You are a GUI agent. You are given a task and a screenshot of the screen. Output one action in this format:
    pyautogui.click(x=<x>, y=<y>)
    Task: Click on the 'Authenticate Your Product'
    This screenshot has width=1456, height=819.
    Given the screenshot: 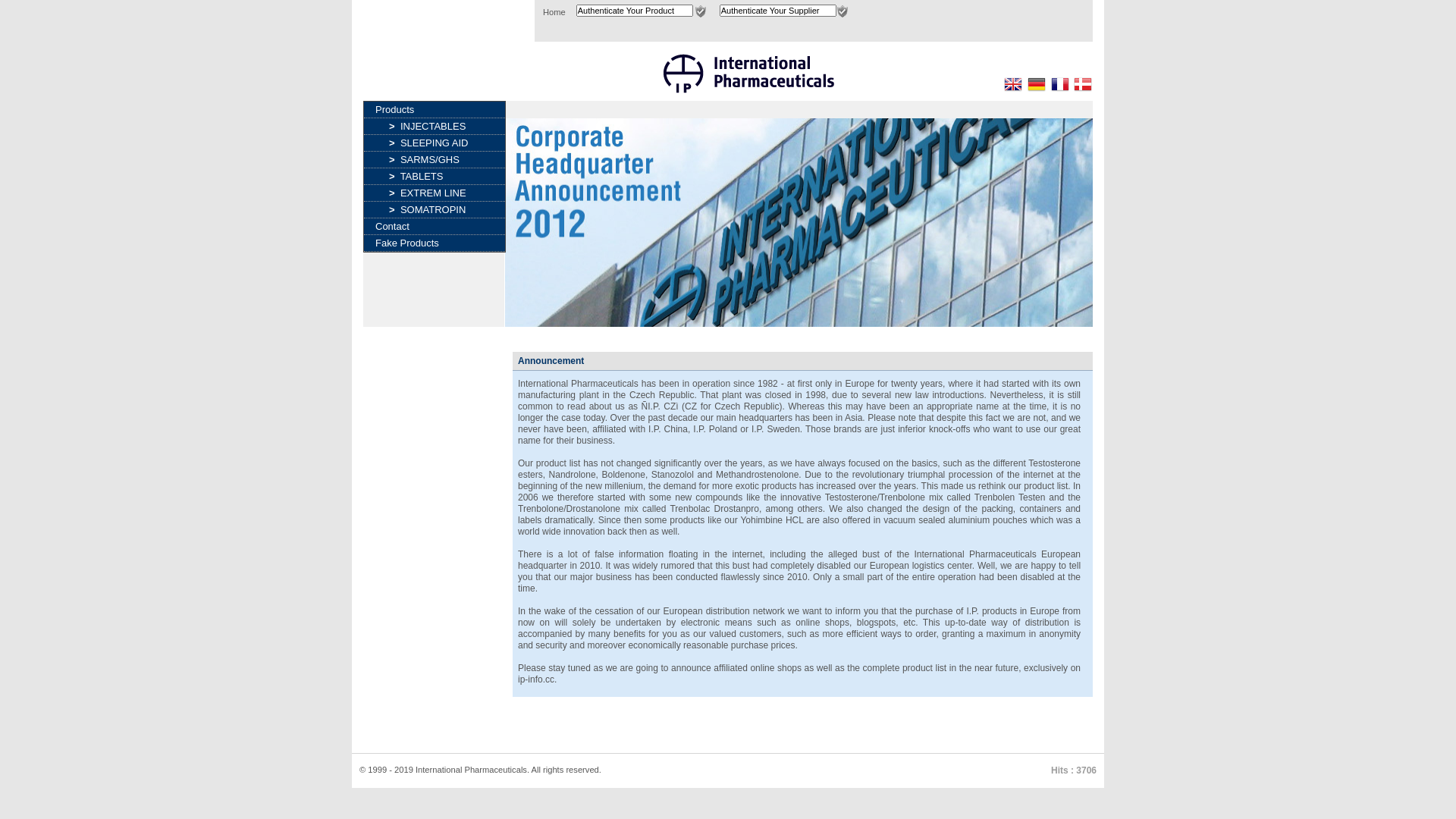 What is the action you would take?
    pyautogui.click(x=575, y=11)
    